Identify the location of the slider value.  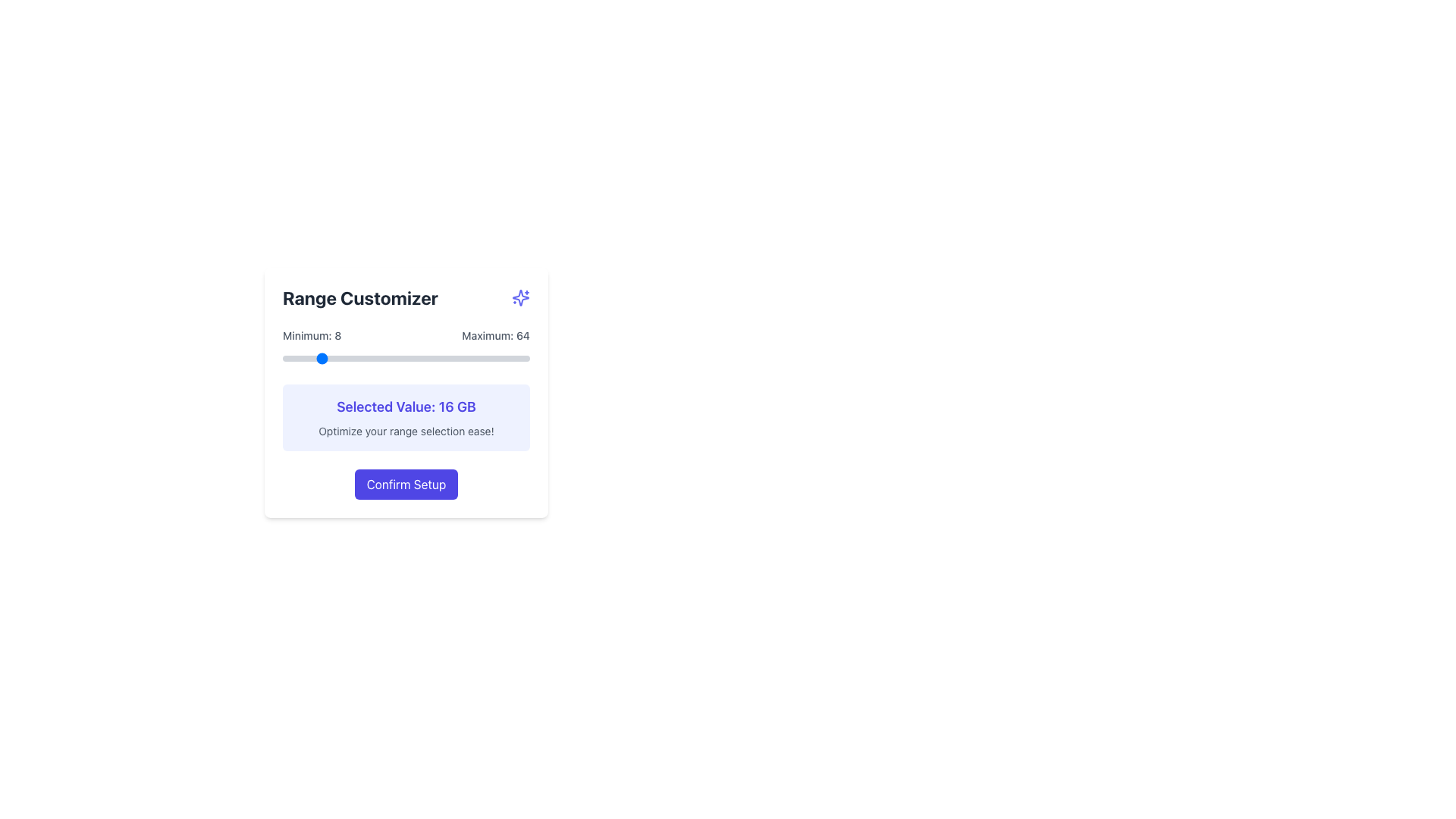
(304, 359).